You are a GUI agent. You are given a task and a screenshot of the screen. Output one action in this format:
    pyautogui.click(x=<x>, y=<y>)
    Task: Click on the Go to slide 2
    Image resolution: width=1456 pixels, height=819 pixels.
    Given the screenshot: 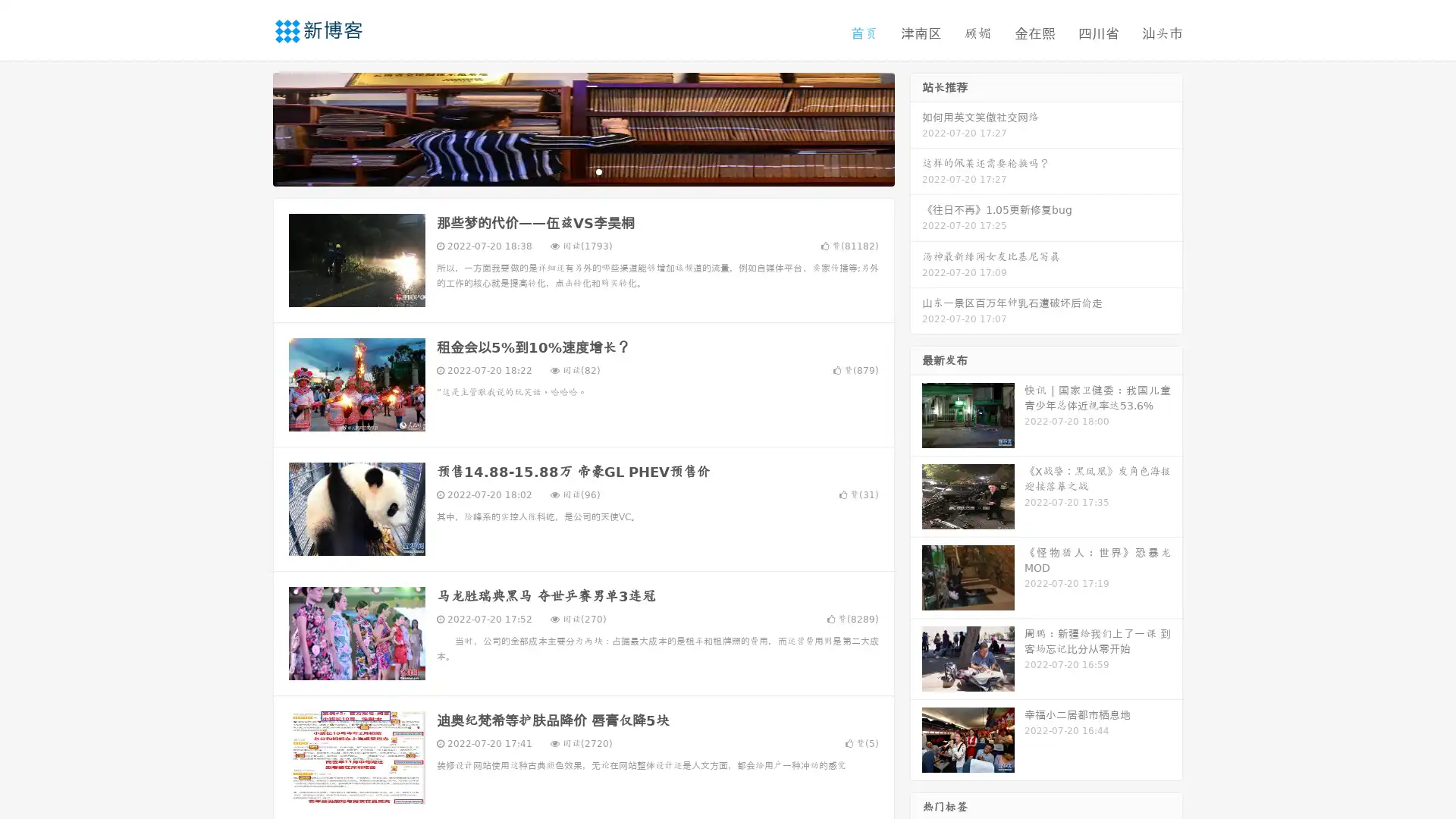 What is the action you would take?
    pyautogui.click(x=582, y=171)
    